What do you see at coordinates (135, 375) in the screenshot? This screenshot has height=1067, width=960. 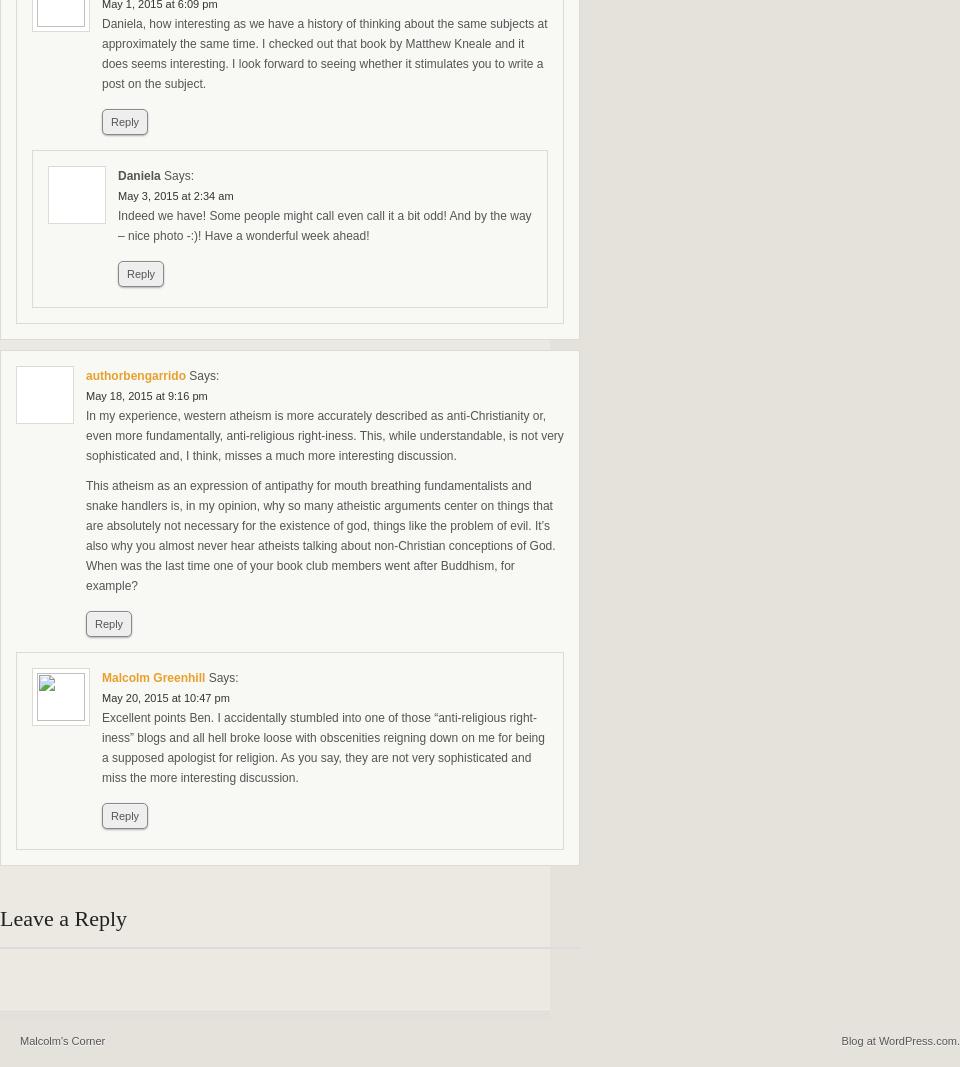 I see `'authorbengarrido'` at bounding box center [135, 375].